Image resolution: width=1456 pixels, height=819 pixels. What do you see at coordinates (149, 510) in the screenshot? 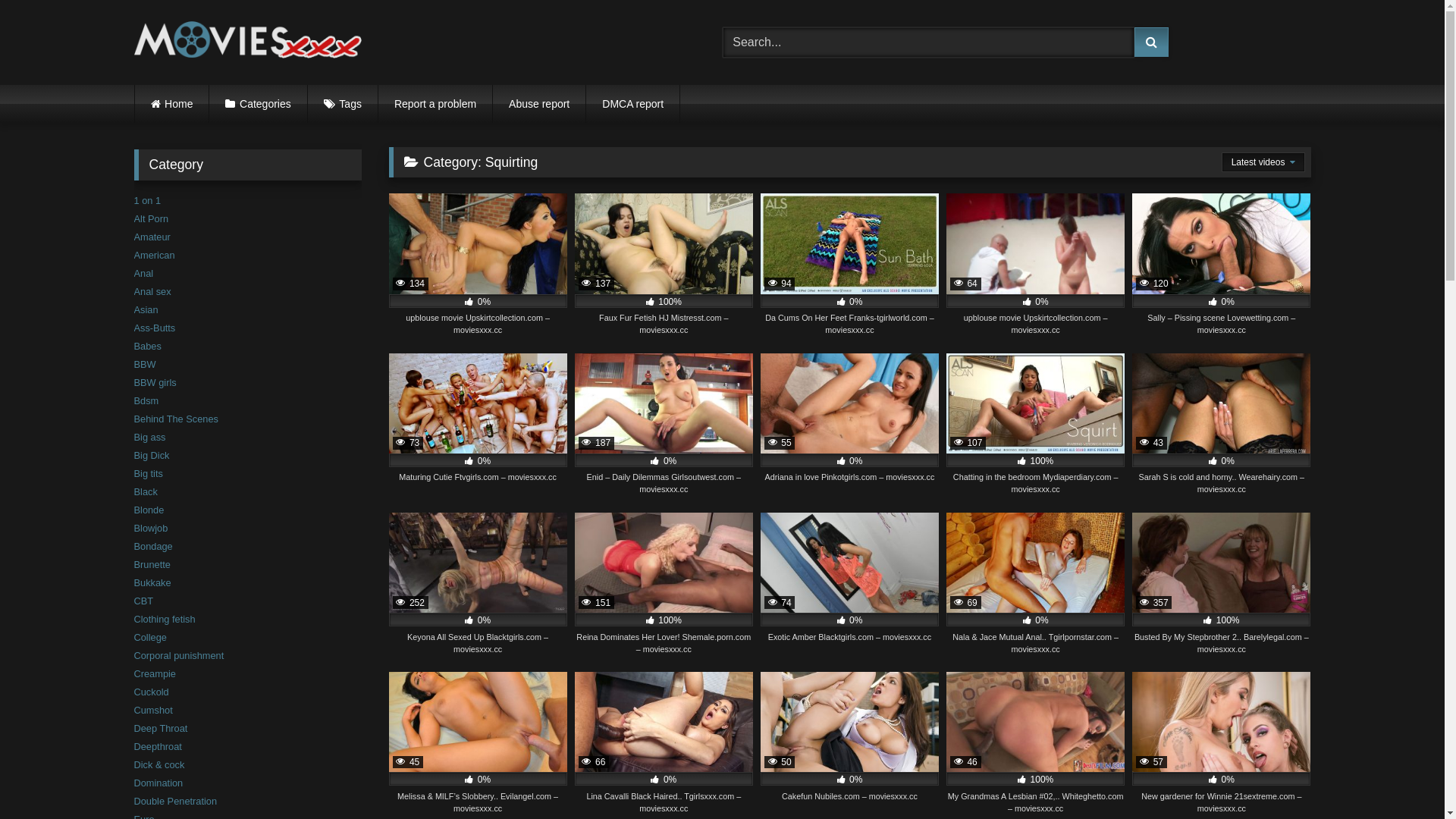
I see `'Blonde'` at bounding box center [149, 510].